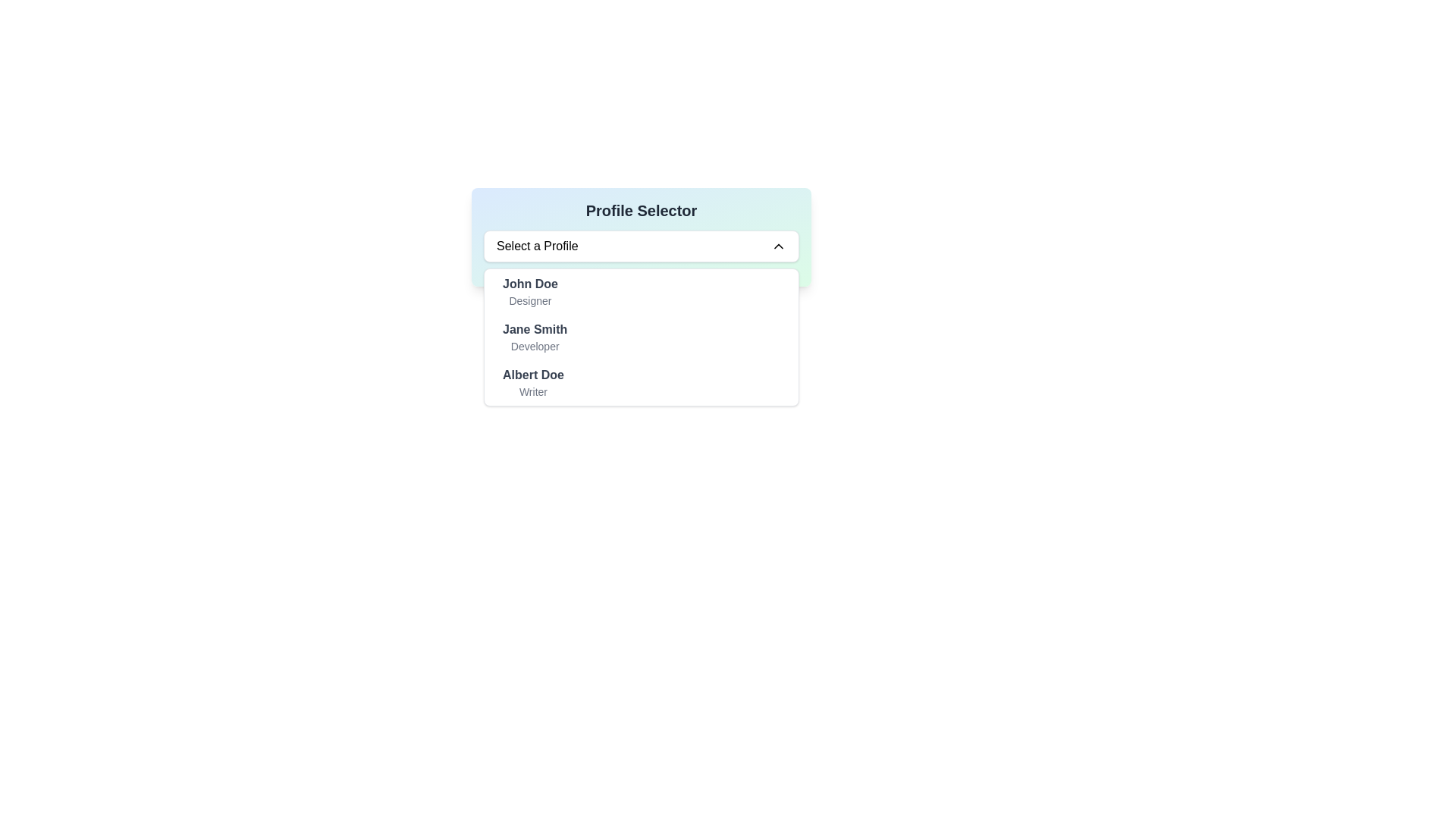 Image resolution: width=1456 pixels, height=819 pixels. I want to click on the text label 'John Doe' in the dropdown menu, so click(530, 292).